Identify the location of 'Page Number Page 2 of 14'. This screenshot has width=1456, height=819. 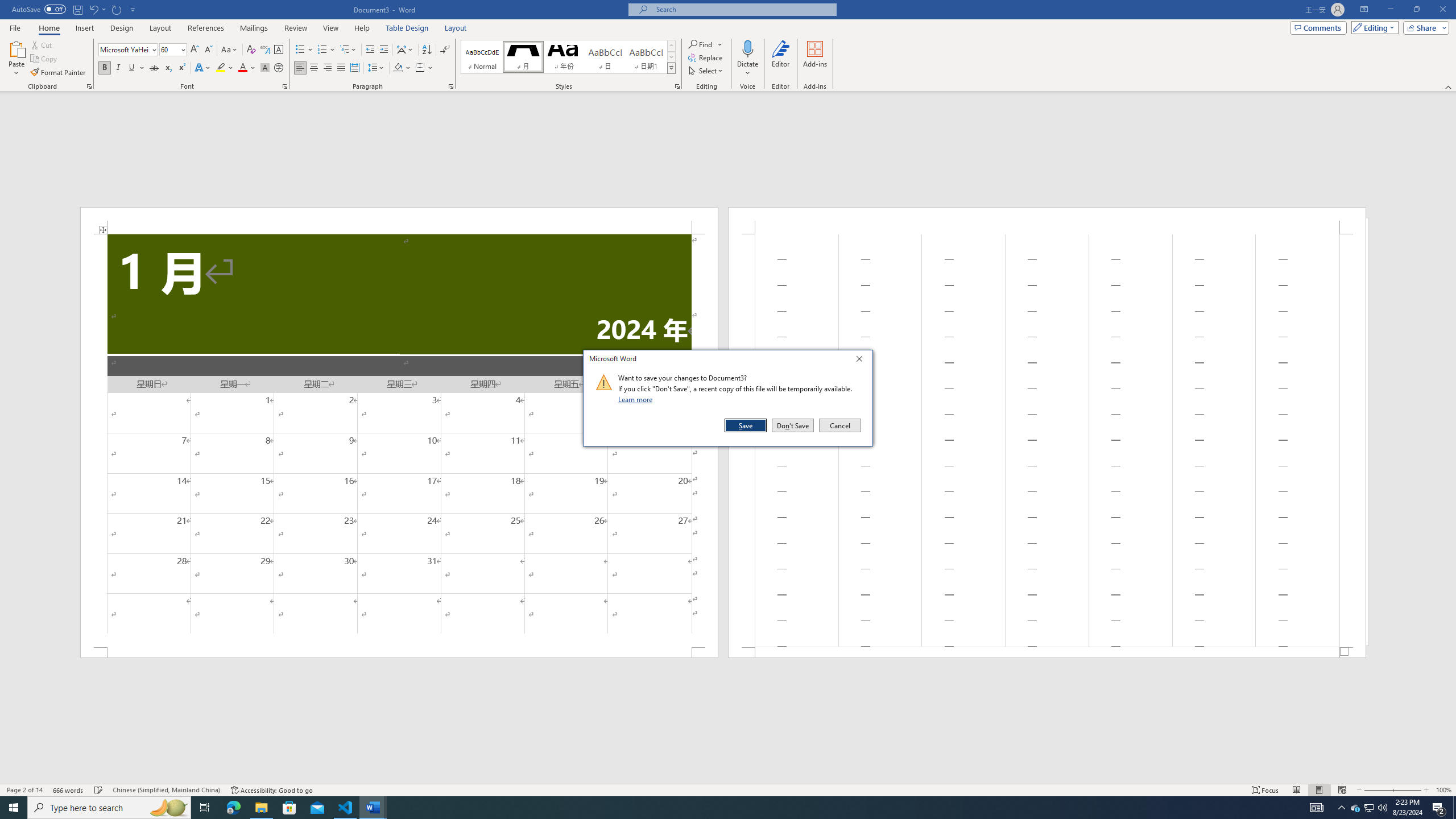
(24, 790).